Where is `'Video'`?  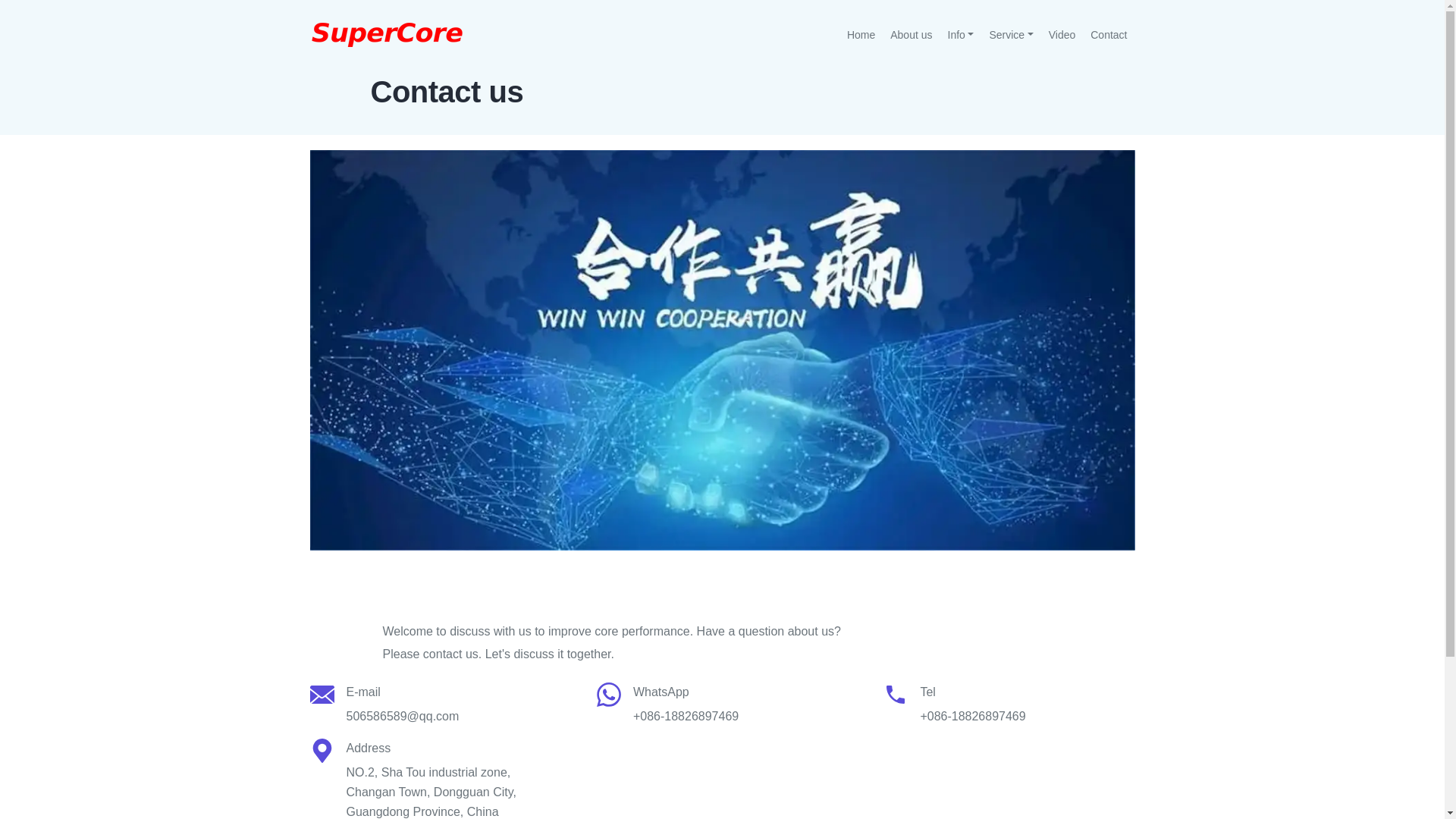 'Video' is located at coordinates (1062, 34).